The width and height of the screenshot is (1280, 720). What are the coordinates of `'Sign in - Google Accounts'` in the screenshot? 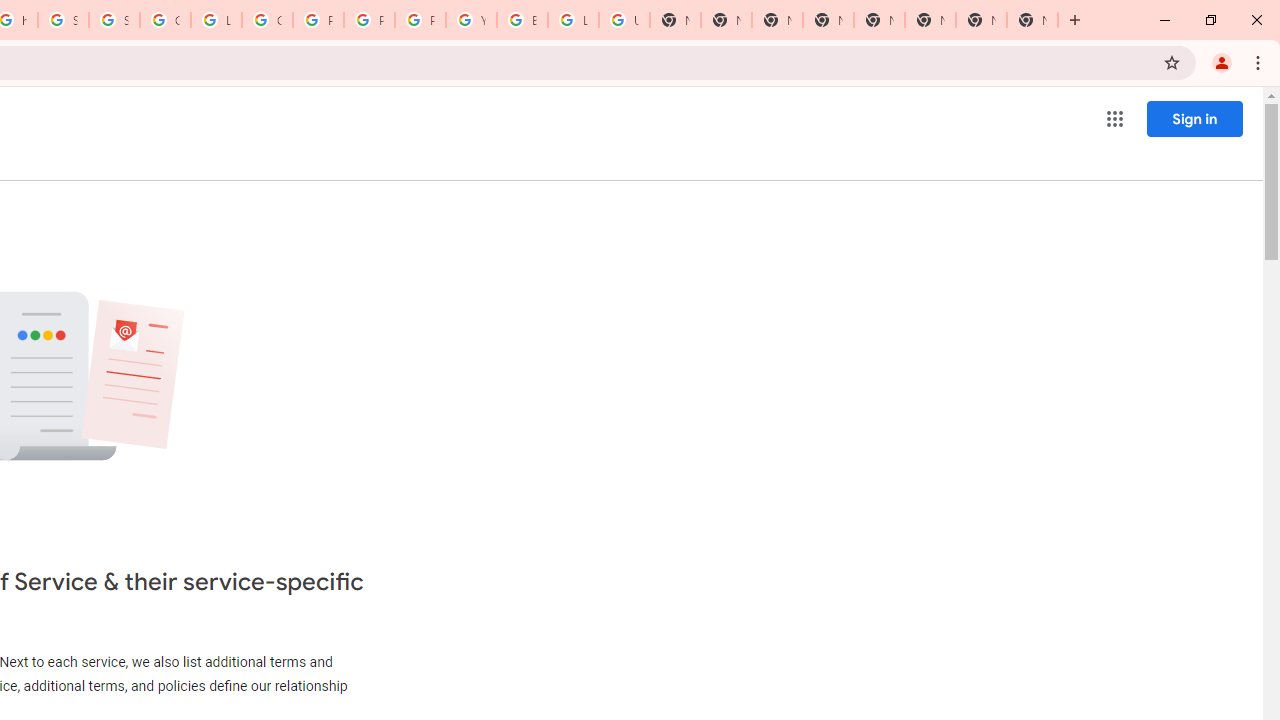 It's located at (64, 20).